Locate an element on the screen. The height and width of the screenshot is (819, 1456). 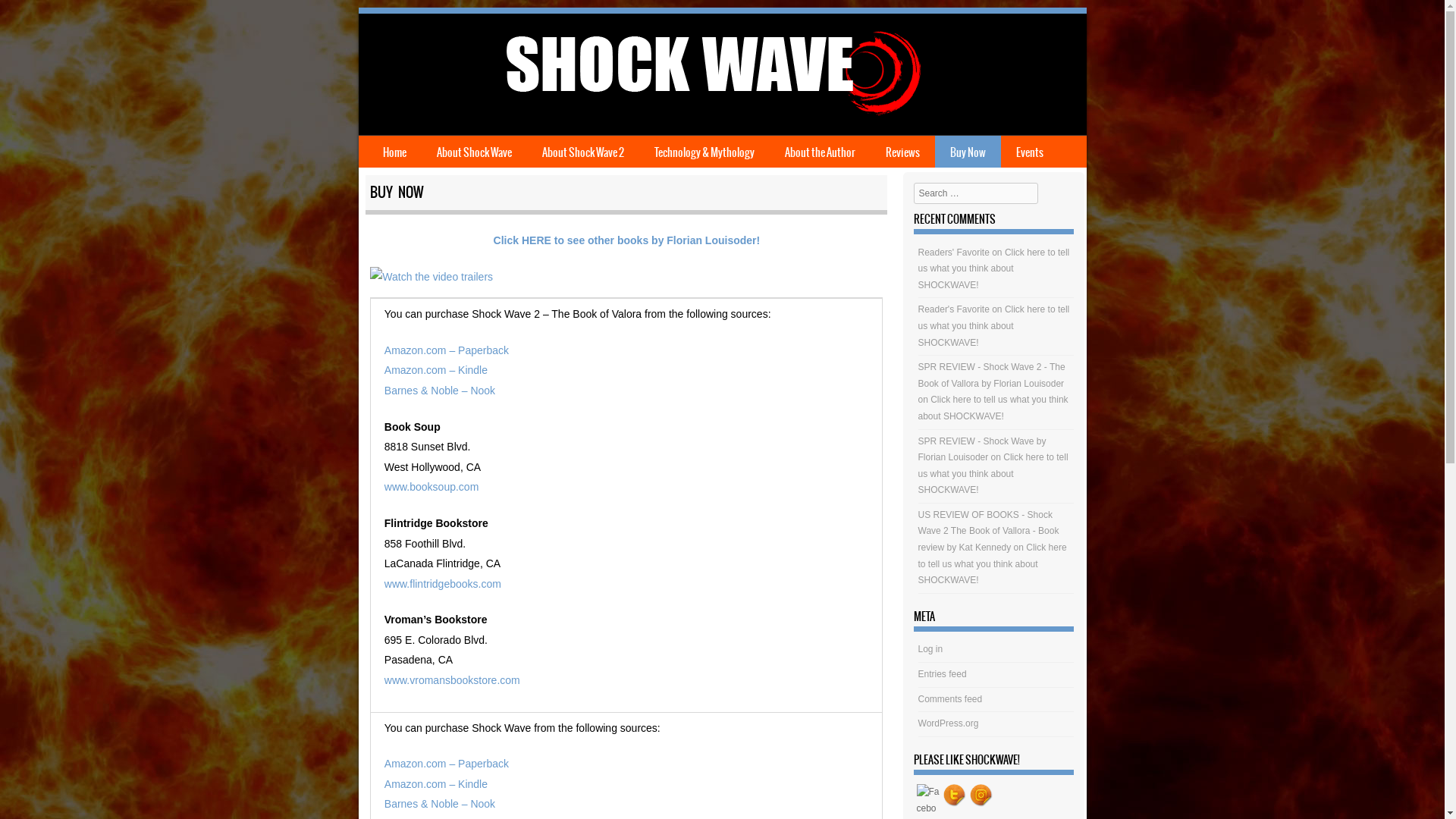
'Comments feed' is located at coordinates (949, 698).